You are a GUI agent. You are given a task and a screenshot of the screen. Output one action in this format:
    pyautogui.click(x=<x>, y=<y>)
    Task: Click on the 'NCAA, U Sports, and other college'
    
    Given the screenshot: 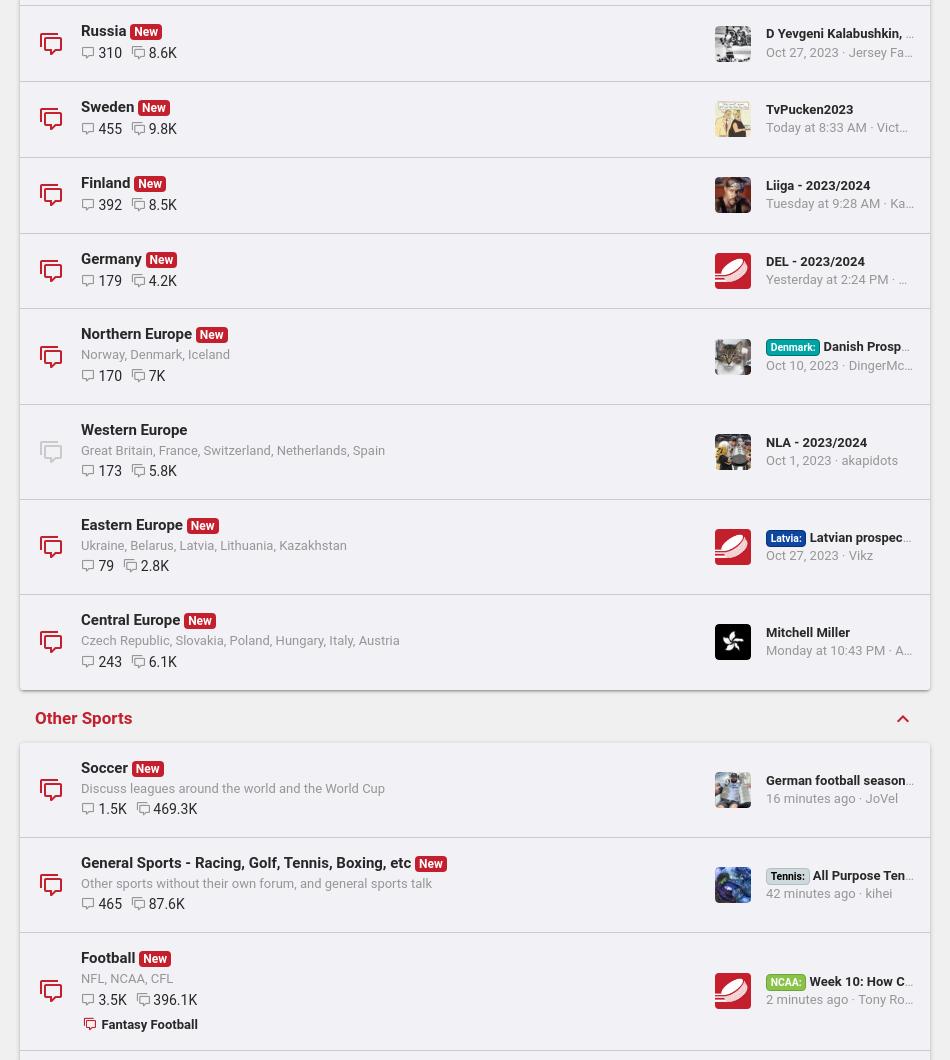 What is the action you would take?
    pyautogui.click(x=195, y=452)
    